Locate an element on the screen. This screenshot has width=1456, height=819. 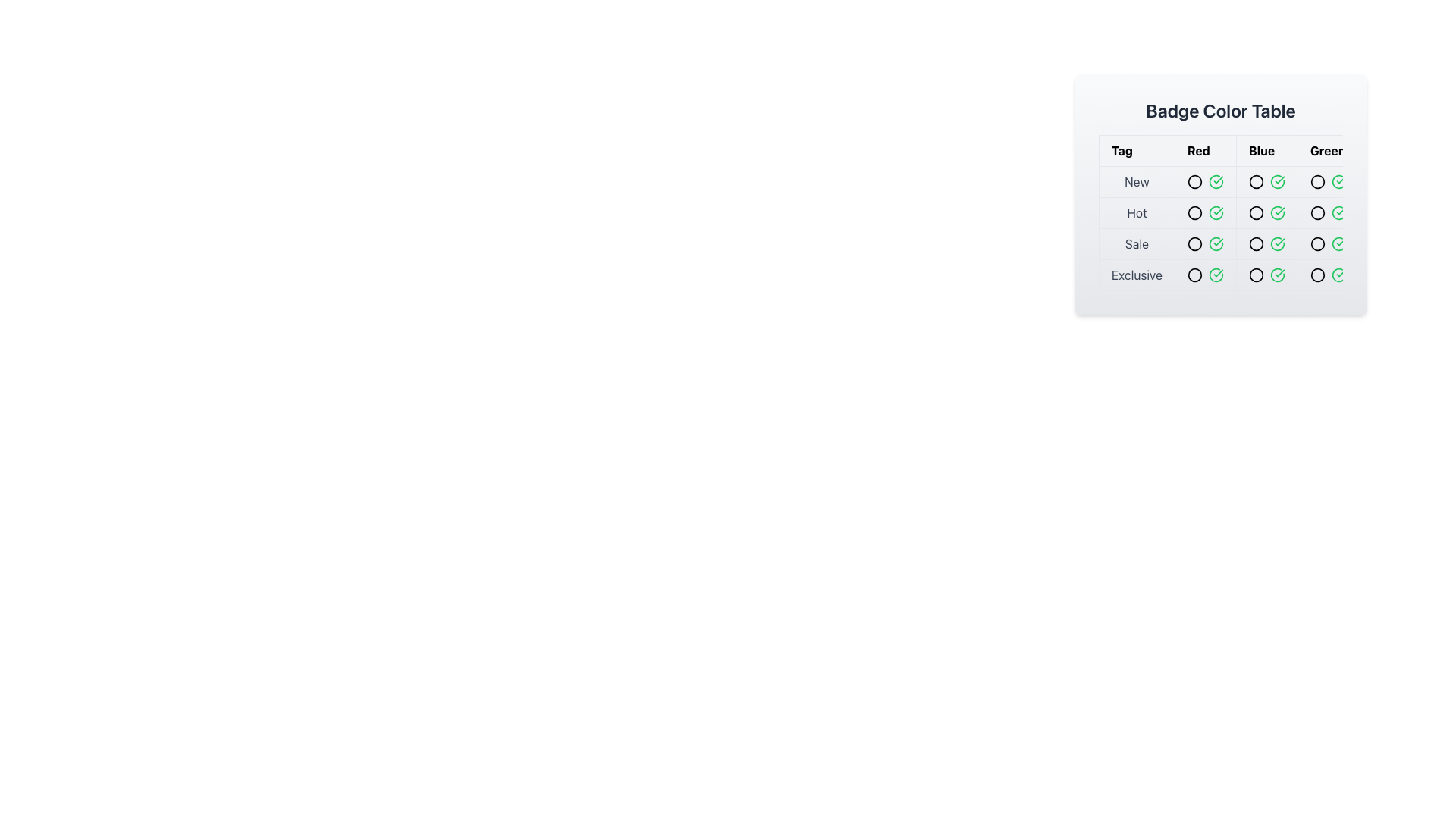
the 'Green' badge icon for the 'Exclusive' category, which visually indicates active or inactive status in the table layout is located at coordinates (1327, 275).